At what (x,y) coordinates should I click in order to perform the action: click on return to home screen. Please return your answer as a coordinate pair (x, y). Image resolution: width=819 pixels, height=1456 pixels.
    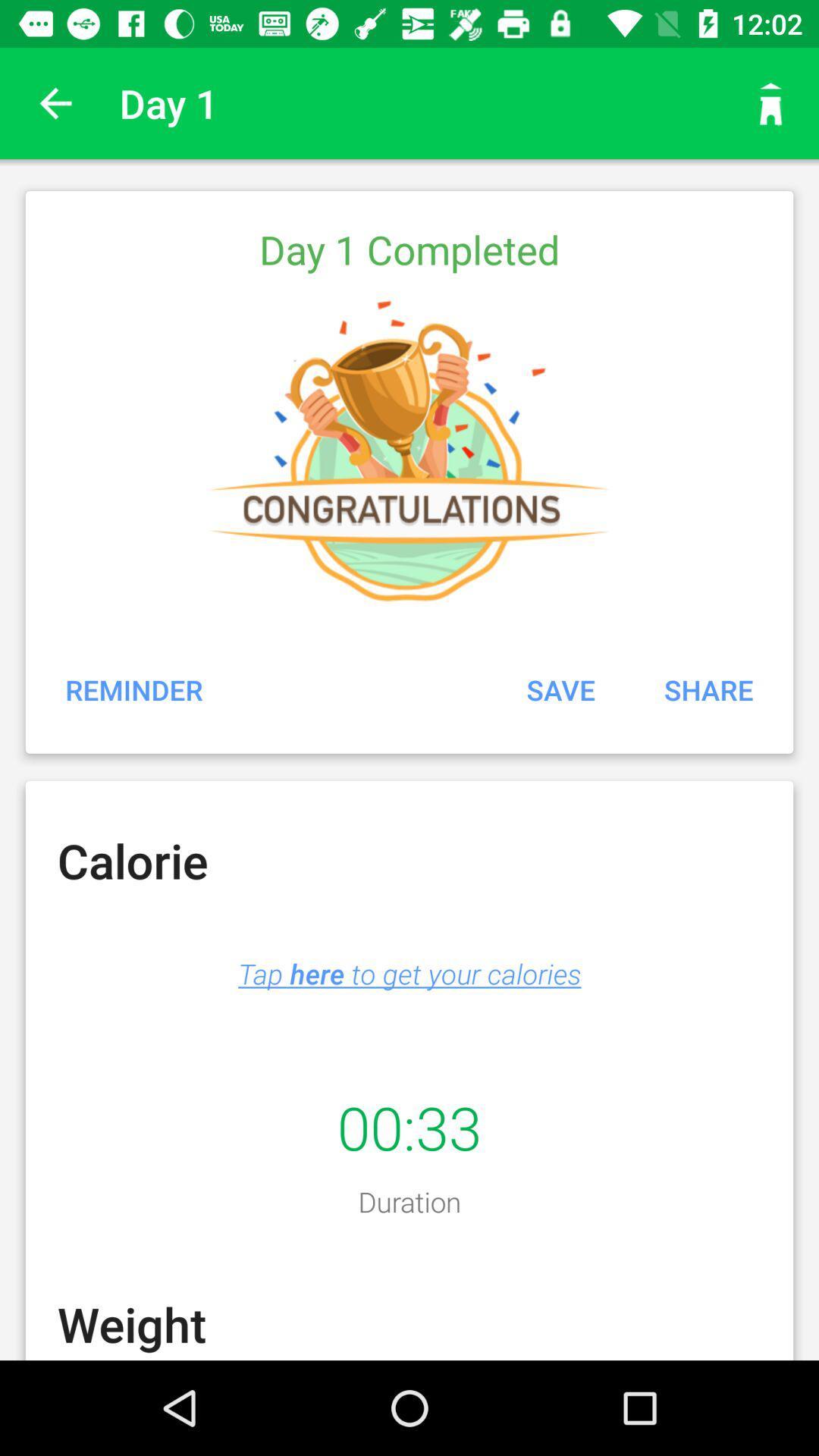
    Looking at the image, I should click on (771, 102).